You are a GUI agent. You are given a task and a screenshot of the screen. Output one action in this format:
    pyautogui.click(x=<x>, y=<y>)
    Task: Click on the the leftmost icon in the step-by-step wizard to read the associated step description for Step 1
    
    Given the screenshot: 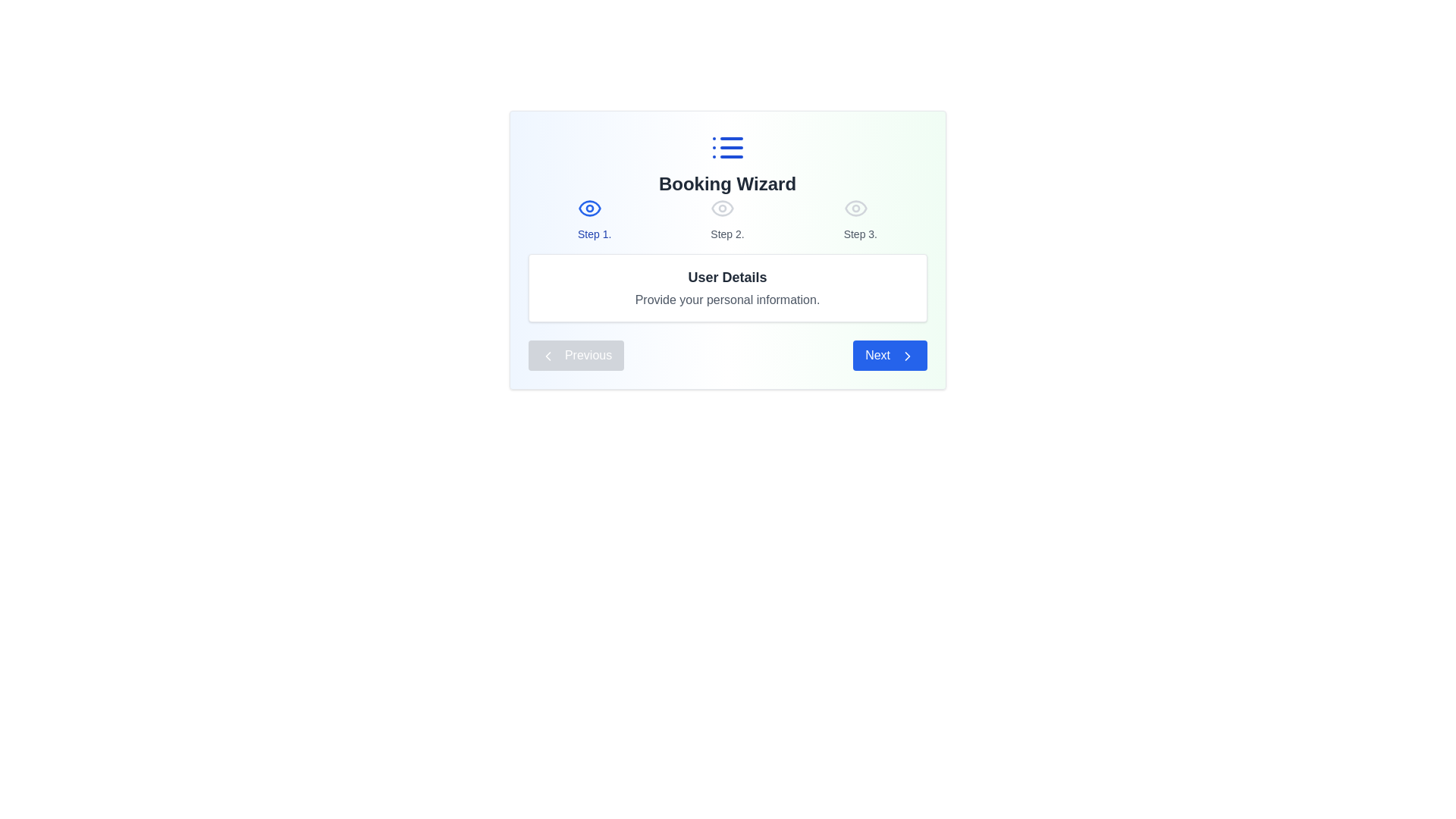 What is the action you would take?
    pyautogui.click(x=588, y=208)
    